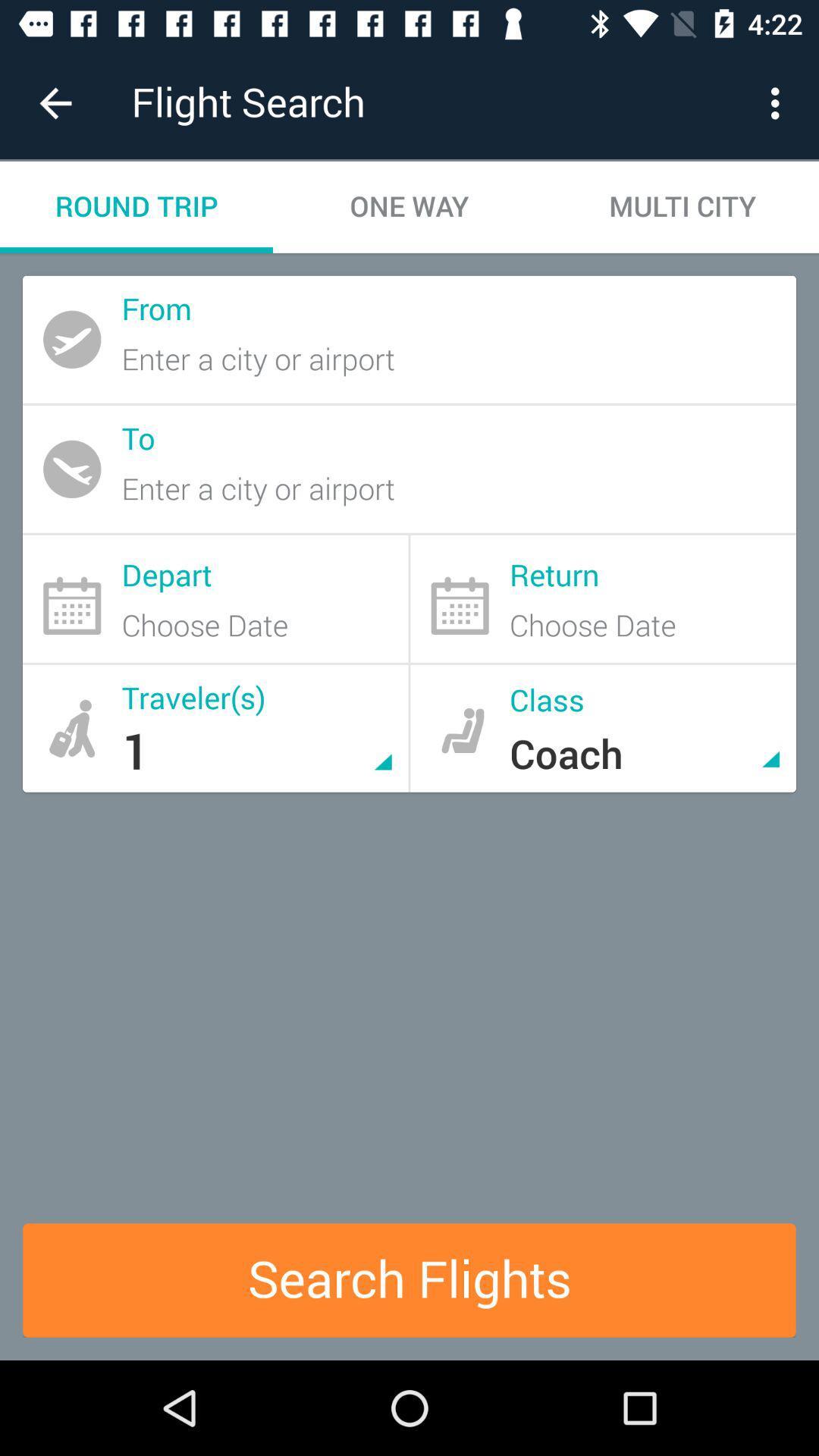  I want to click on the item to the right of the one way item, so click(681, 206).